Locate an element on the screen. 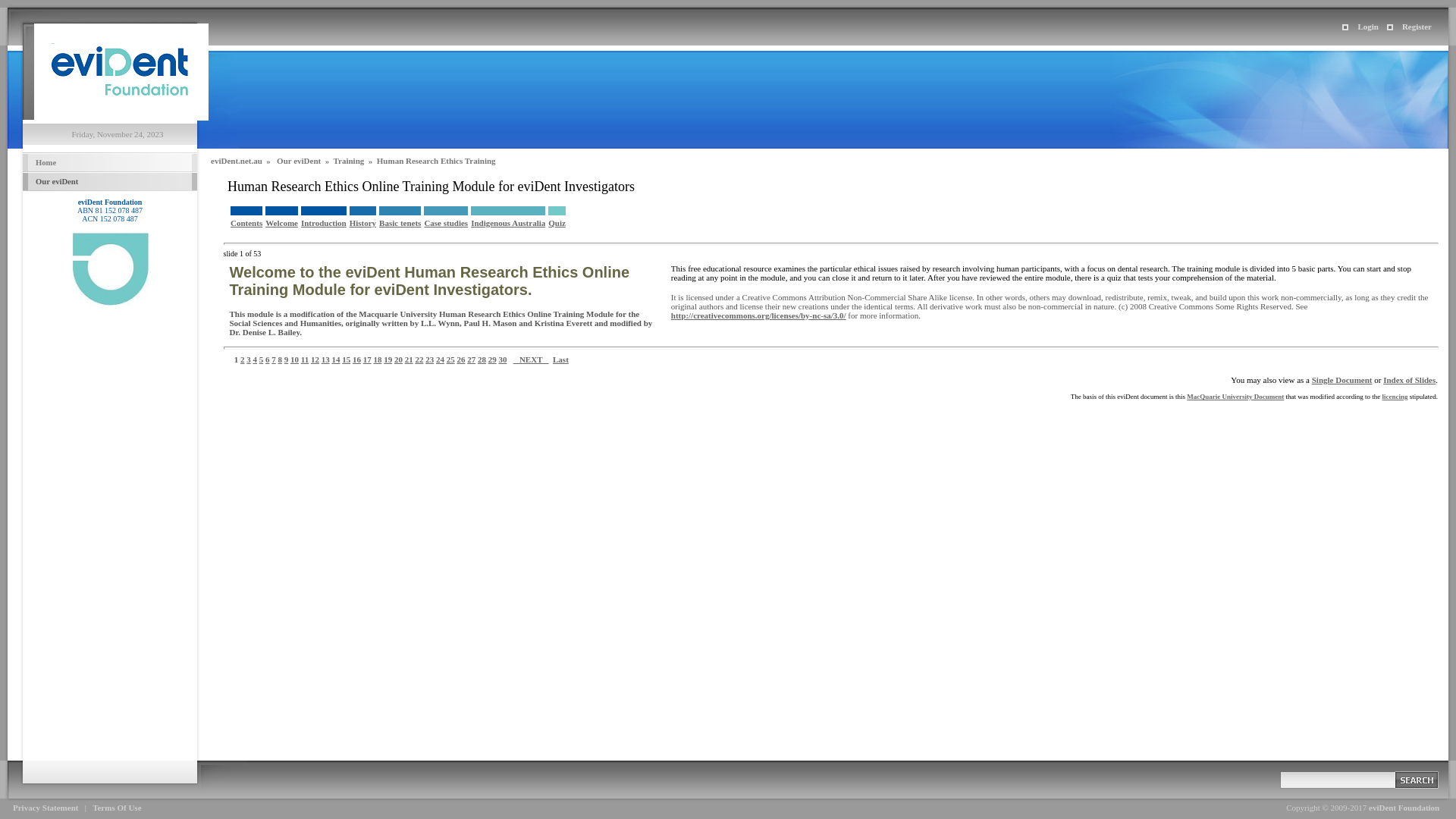  'History' is located at coordinates (362, 222).